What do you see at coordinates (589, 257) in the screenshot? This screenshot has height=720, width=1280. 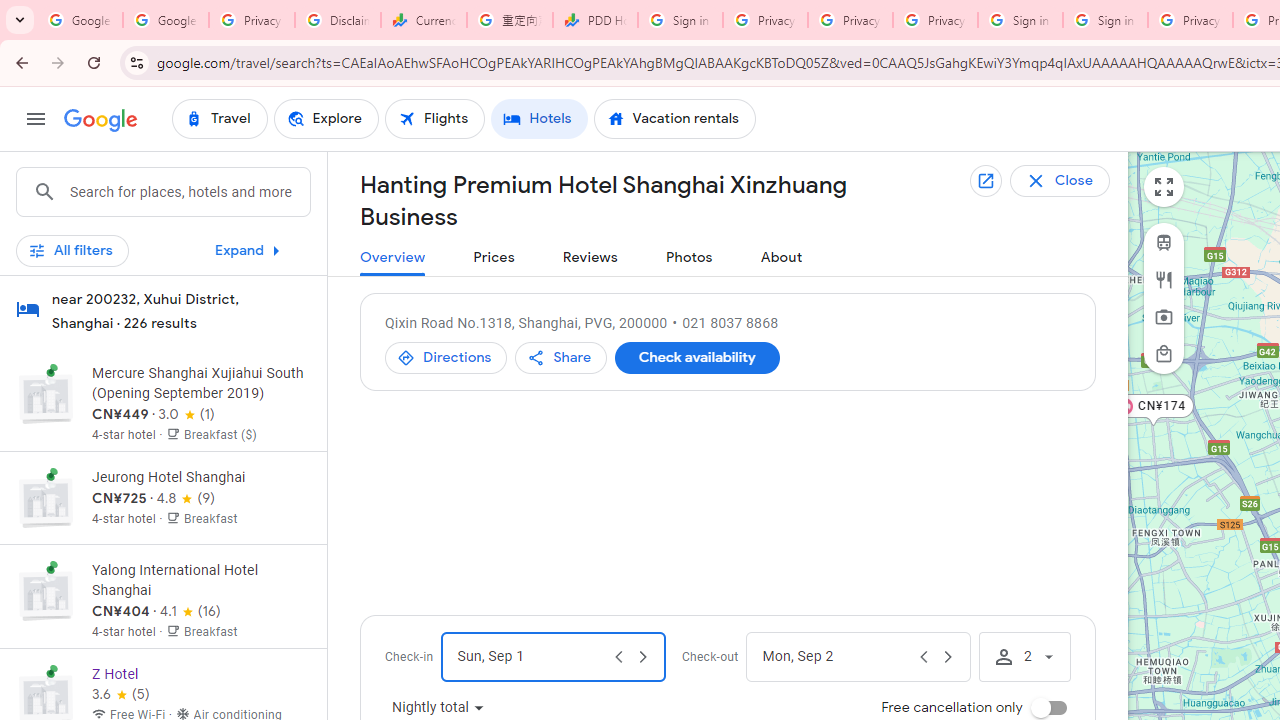 I see `'Reviews'` at bounding box center [589, 257].